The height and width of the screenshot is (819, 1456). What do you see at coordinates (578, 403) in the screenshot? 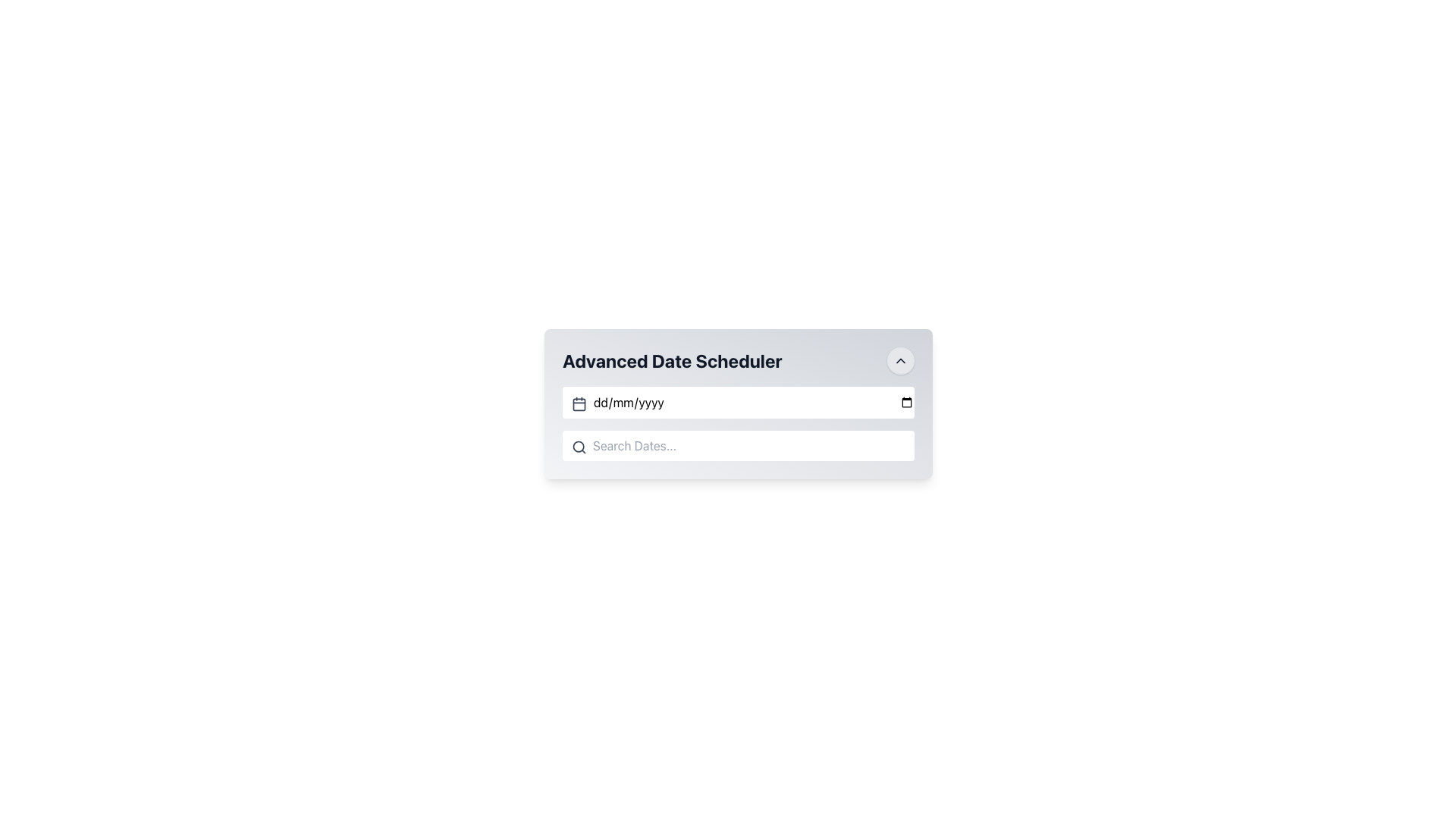
I see `the Decorative Box within the calendar icon, which is a square-shaped icon with rounded corners located centrally in the main body area of the calendar` at bounding box center [578, 403].